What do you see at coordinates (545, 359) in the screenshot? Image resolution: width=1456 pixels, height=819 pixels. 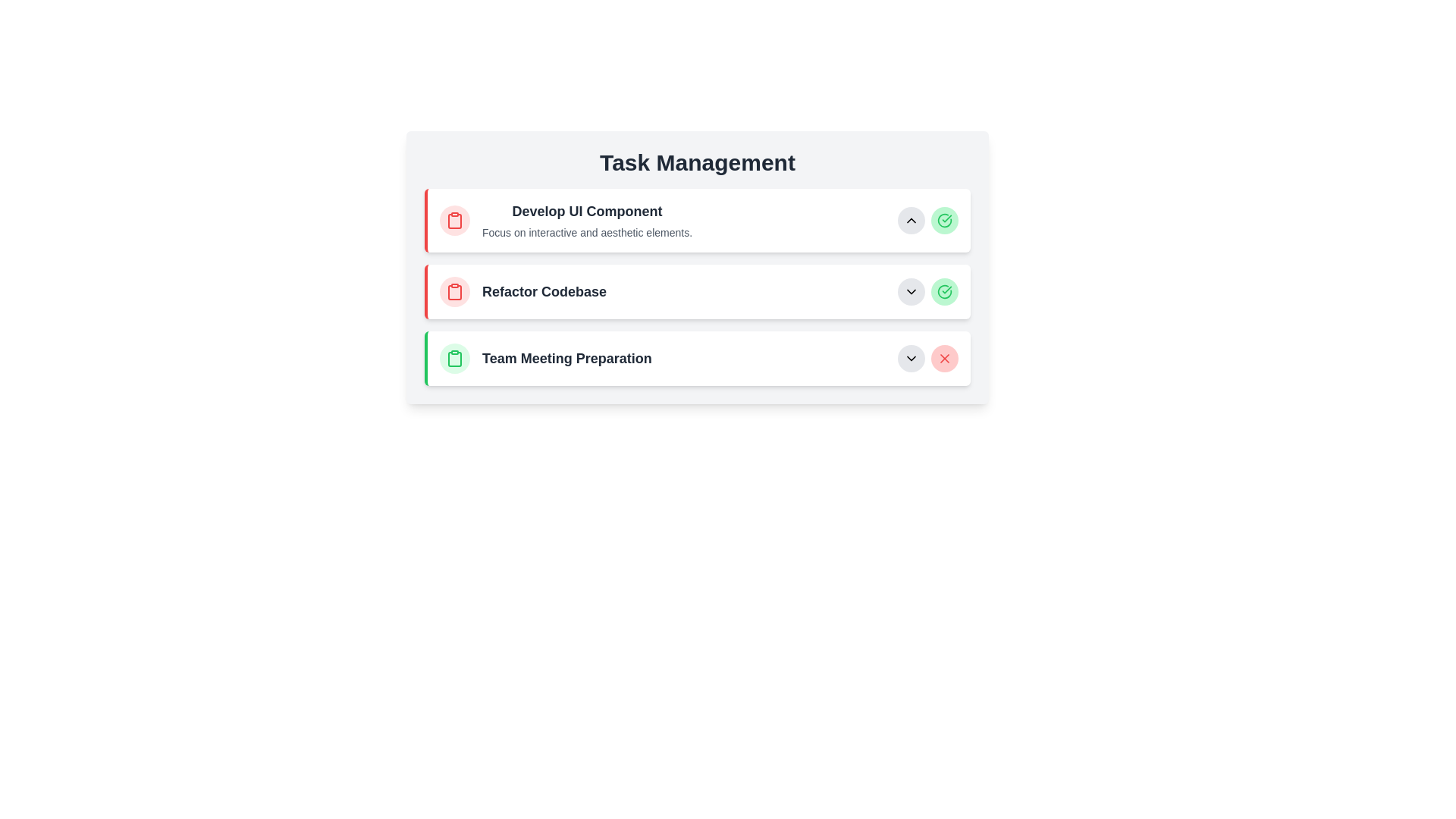 I see `the task list item titled 'Team Meeting Preparation', which features a green circle with a clipboard icon` at bounding box center [545, 359].